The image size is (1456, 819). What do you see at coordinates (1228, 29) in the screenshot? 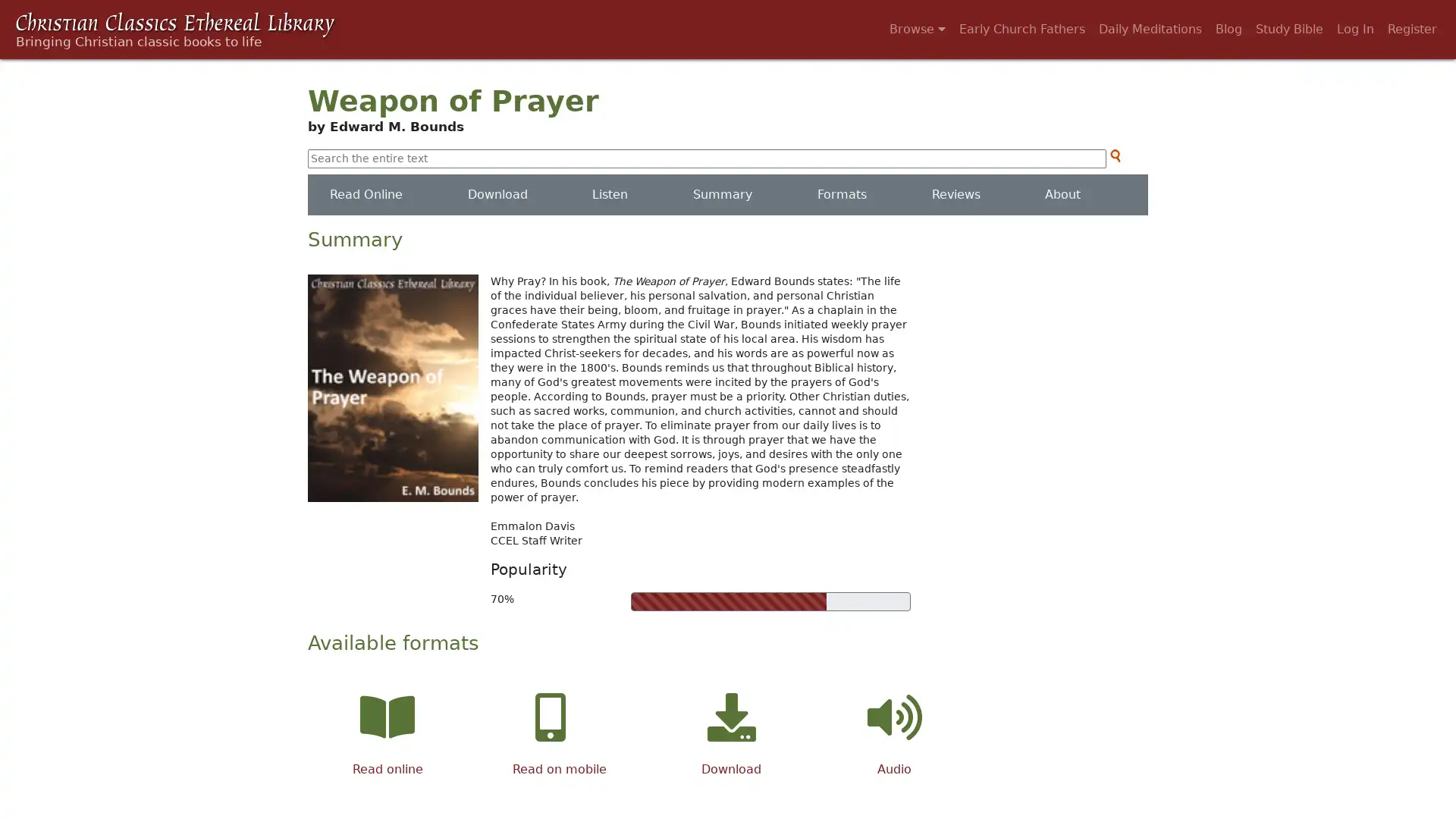
I see `Blog` at bounding box center [1228, 29].